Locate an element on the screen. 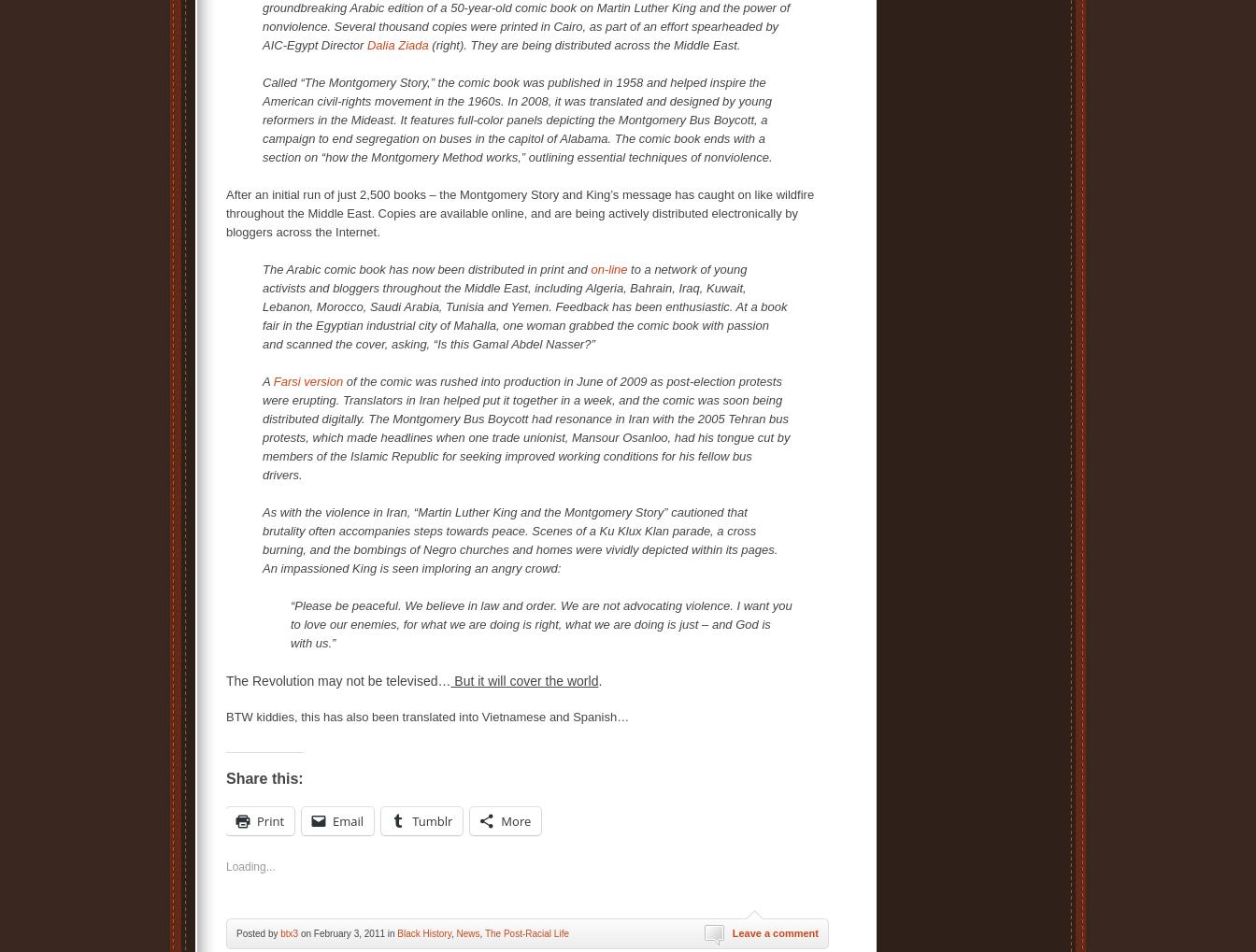 Image resolution: width=1256 pixels, height=952 pixels. '.' is located at coordinates (600, 680).